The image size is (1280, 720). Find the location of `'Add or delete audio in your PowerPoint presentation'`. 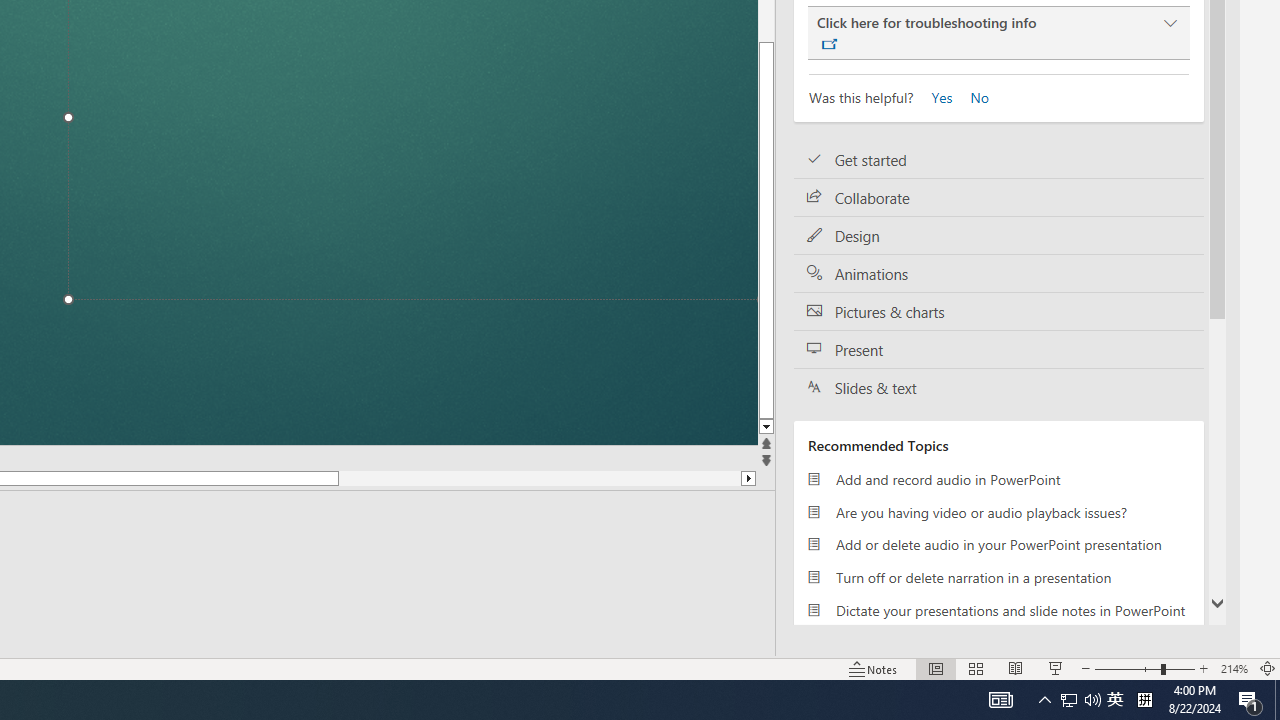

'Add or delete audio in your PowerPoint presentation' is located at coordinates (999, 545).